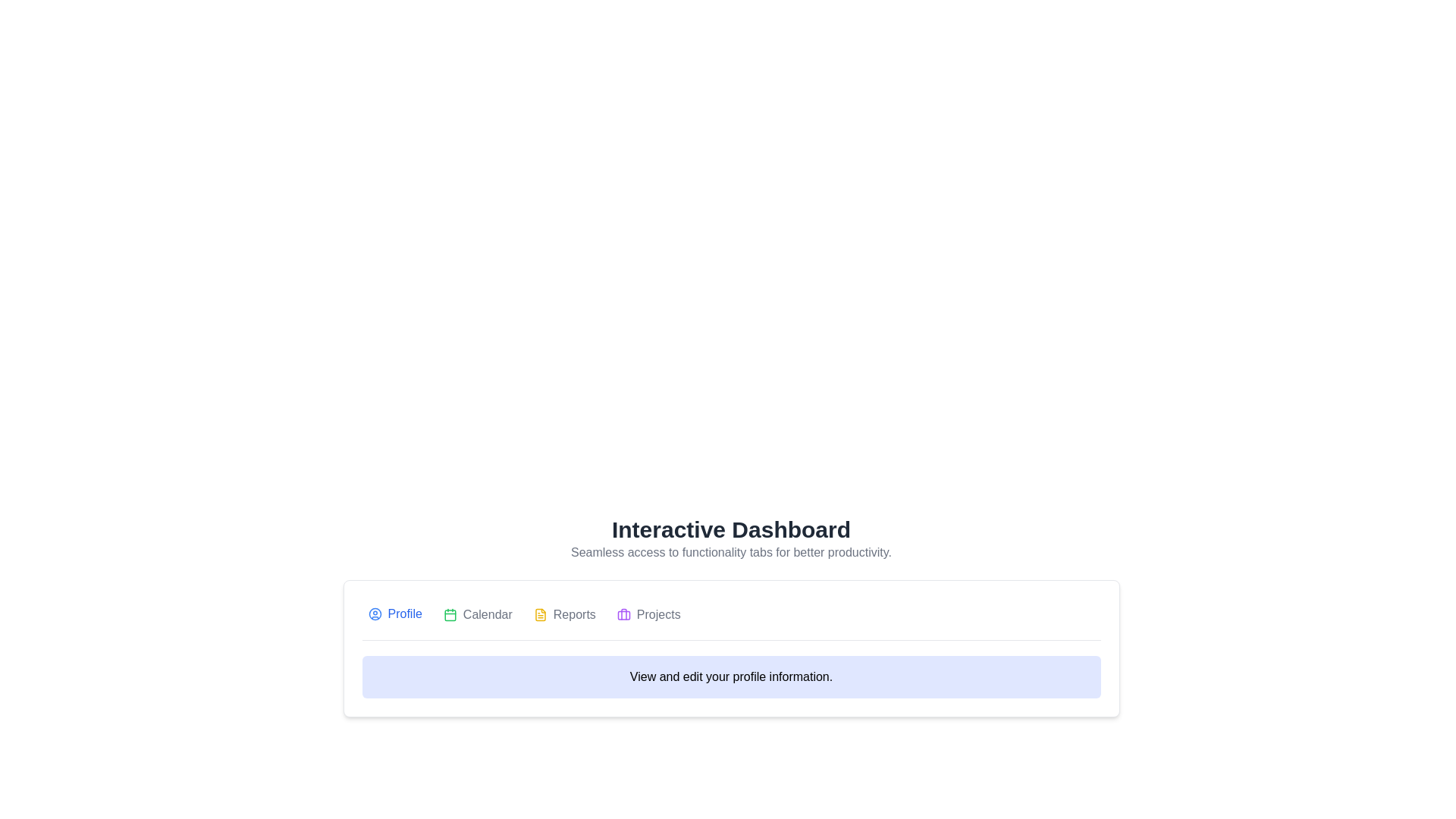  I want to click on the 'Reports' text label in the navigation menu, which is the fourth item from the left and is styled in gray, located between 'Calendar' and 'Projects', so click(573, 614).